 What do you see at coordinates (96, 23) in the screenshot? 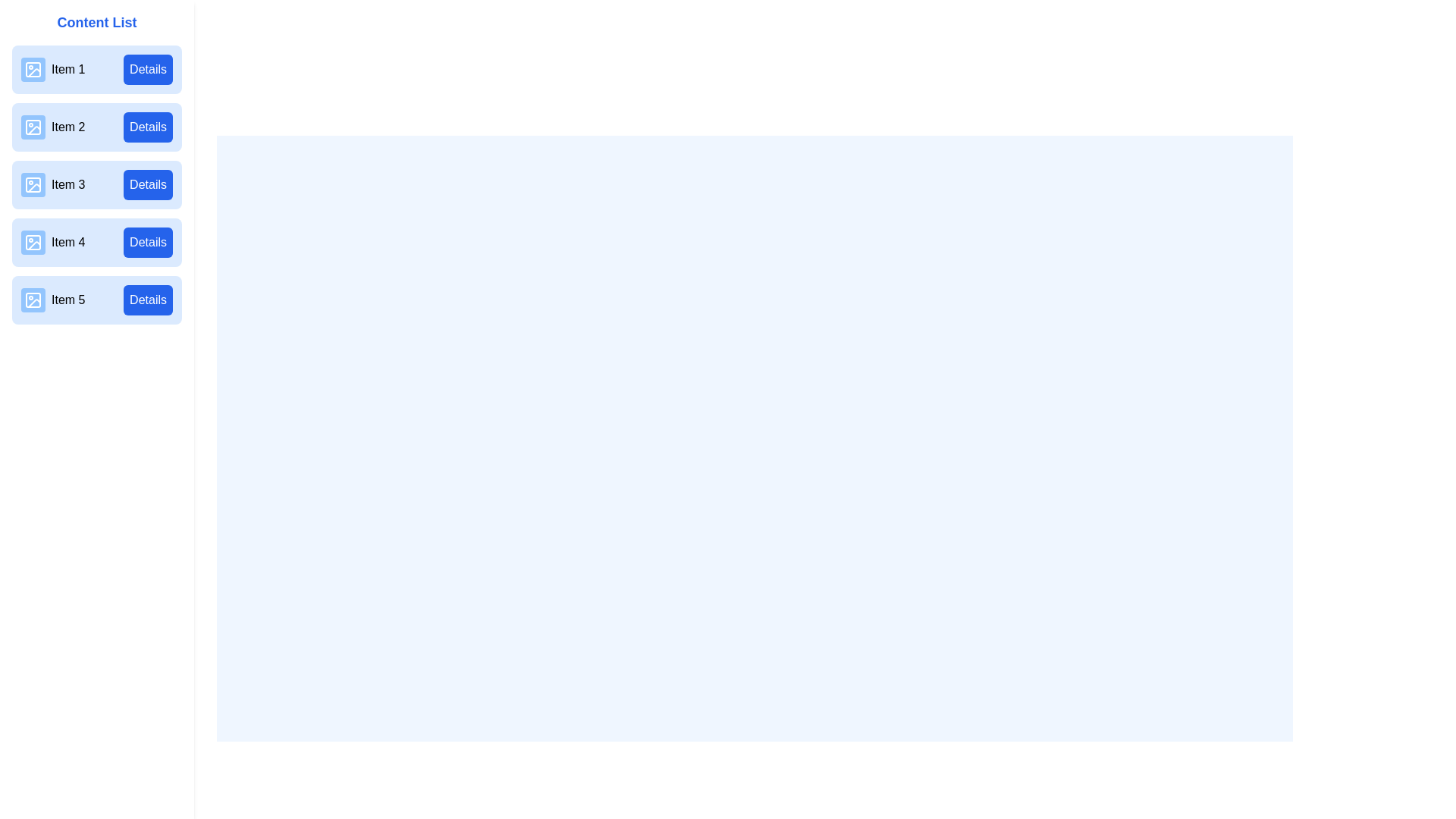
I see `the text element that serves as the title for the sidebar, positioned at the top of the left-side panel` at bounding box center [96, 23].